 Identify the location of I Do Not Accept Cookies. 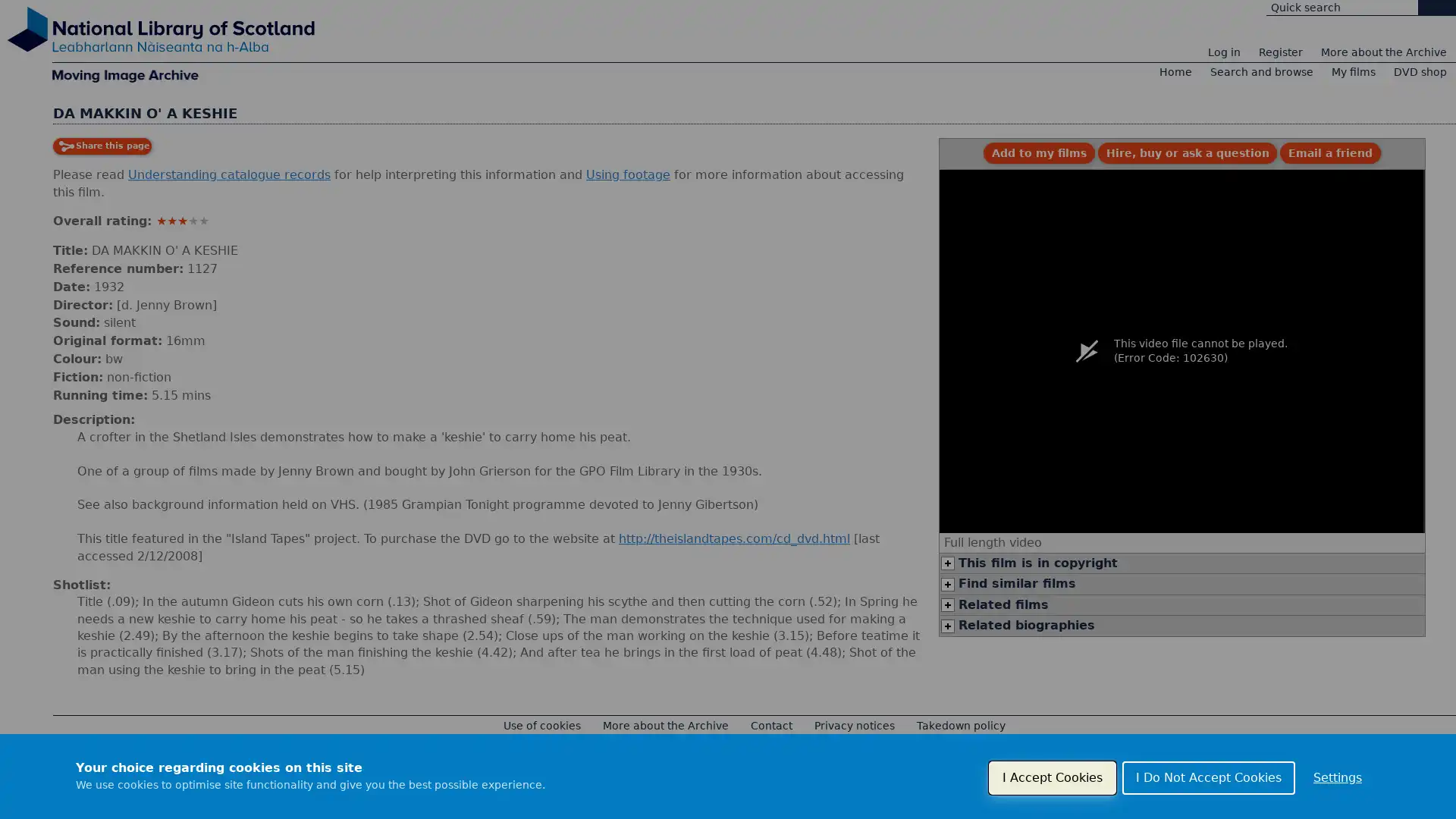
(1207, 778).